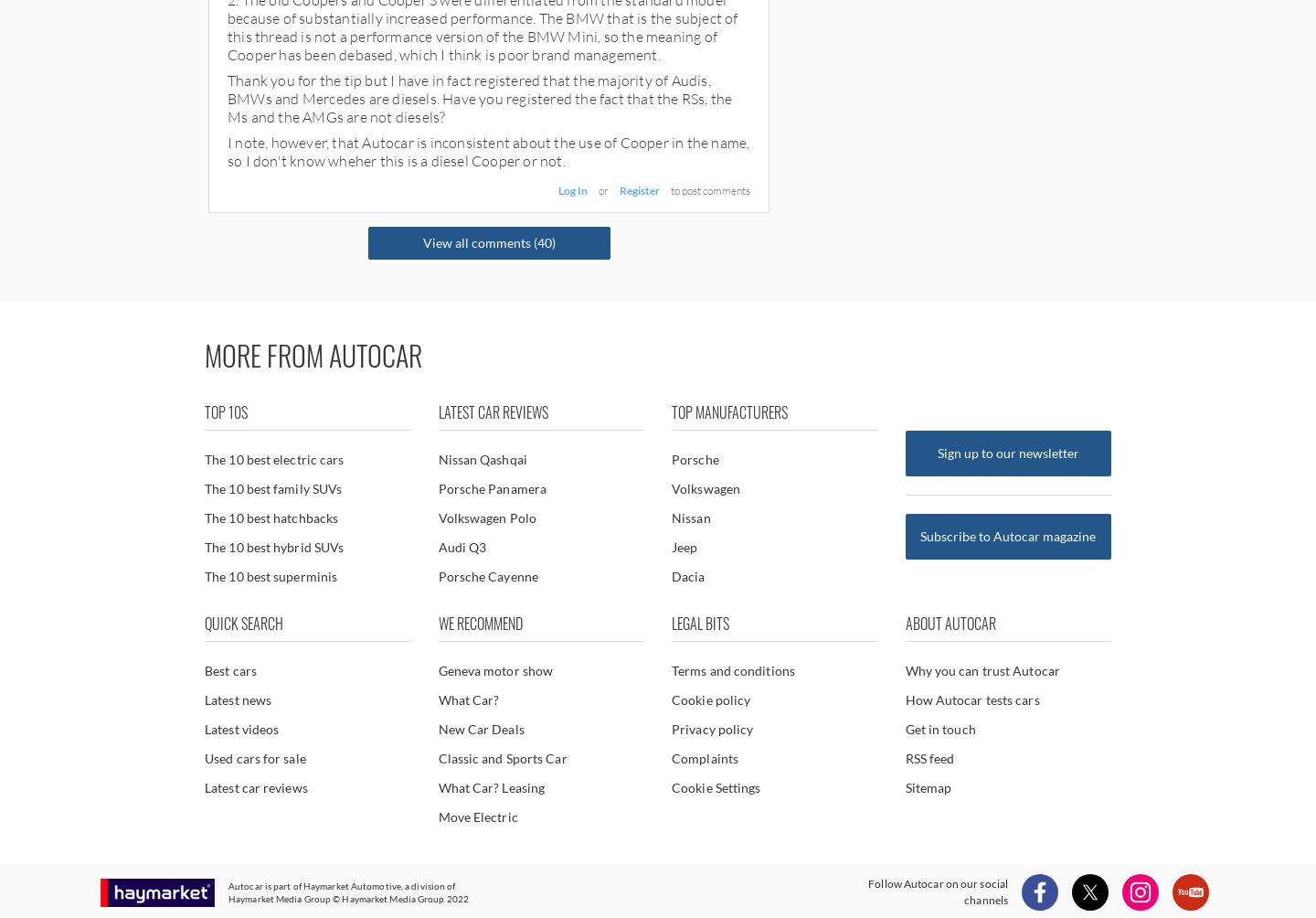 The width and height of the screenshot is (1316, 918). I want to click on 'New Car Deals', so click(437, 729).